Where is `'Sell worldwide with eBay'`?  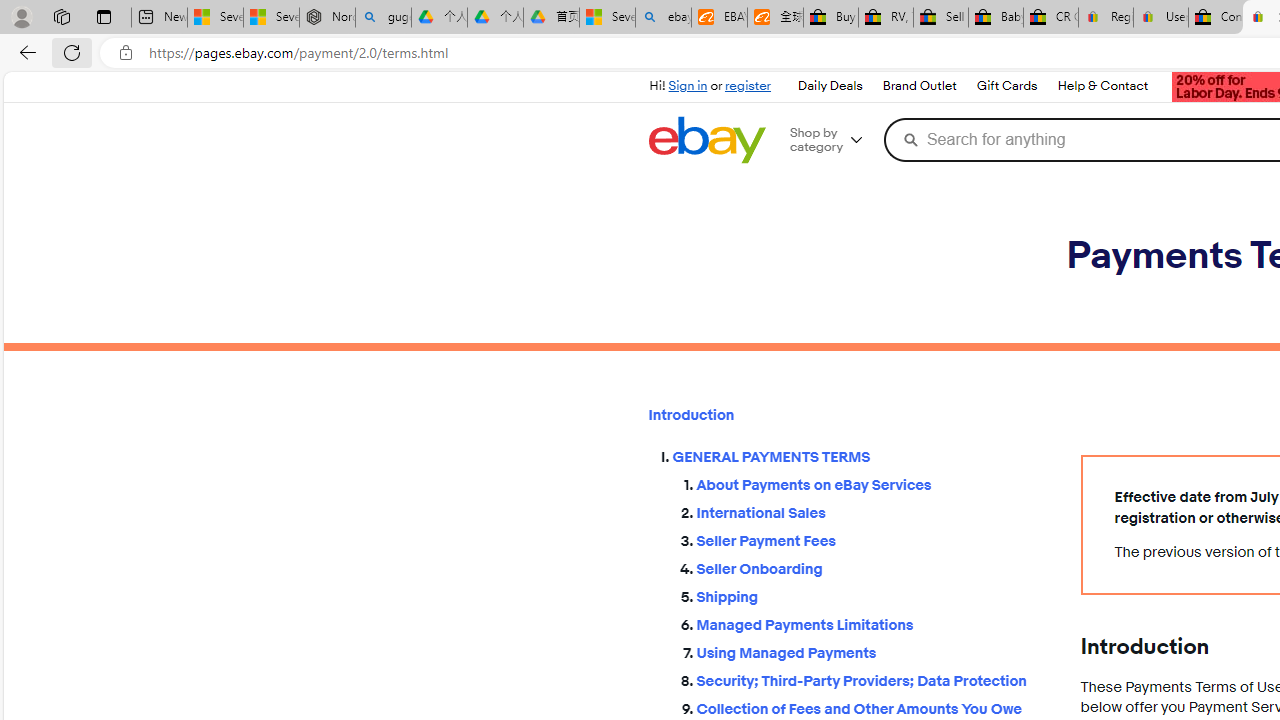 'Sell worldwide with eBay' is located at coordinates (939, 17).